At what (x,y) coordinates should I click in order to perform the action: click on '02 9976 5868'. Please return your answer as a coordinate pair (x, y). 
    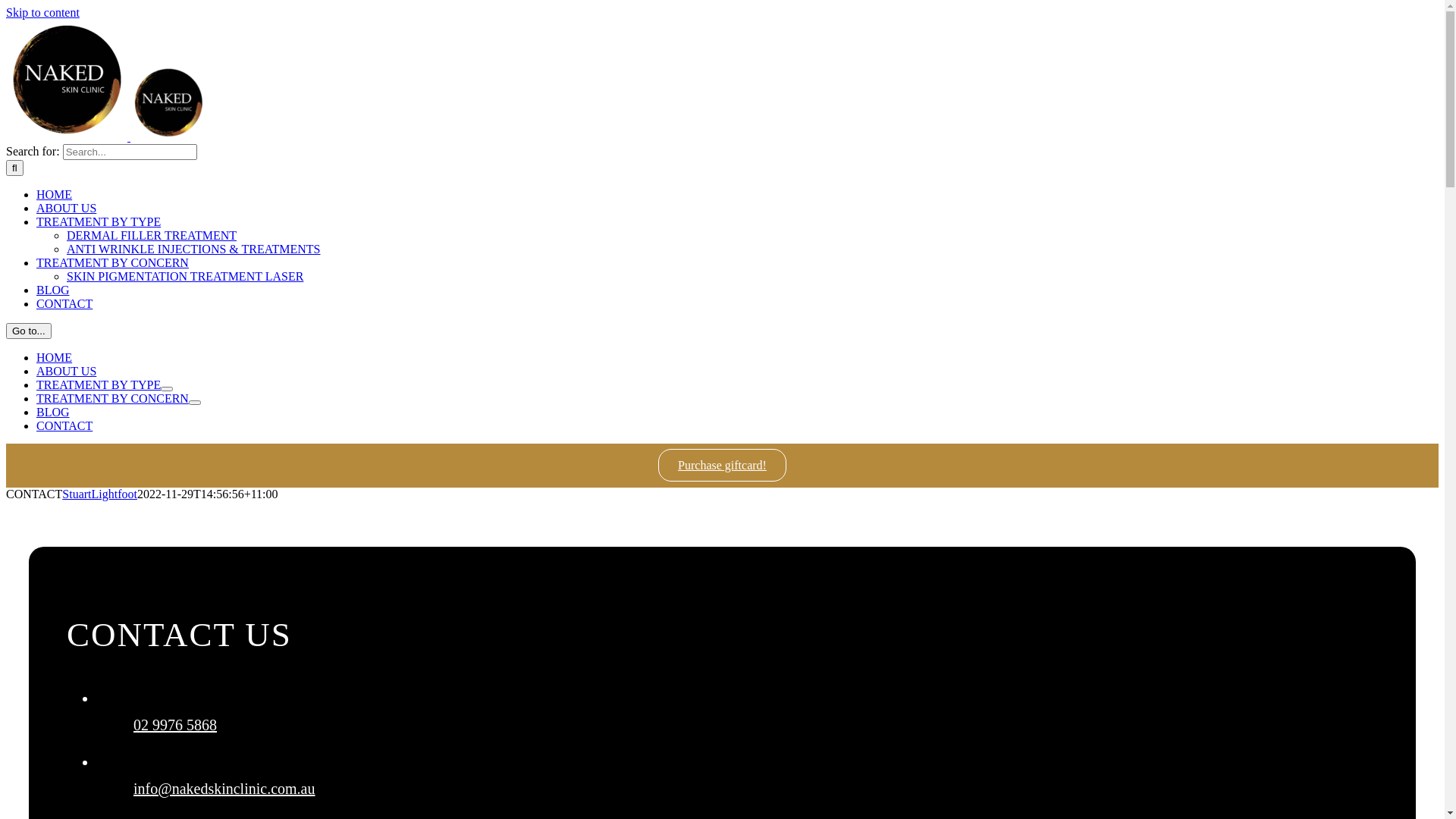
    Looking at the image, I should click on (174, 724).